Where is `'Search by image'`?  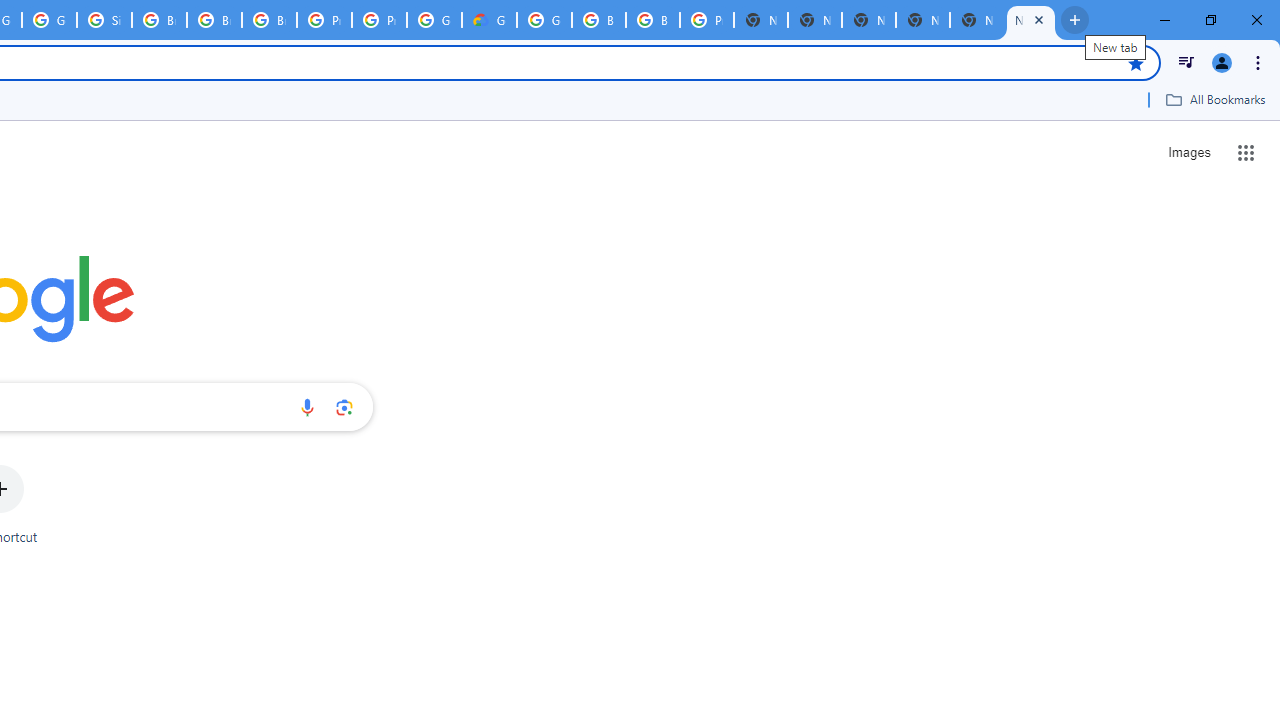 'Search by image' is located at coordinates (344, 406).